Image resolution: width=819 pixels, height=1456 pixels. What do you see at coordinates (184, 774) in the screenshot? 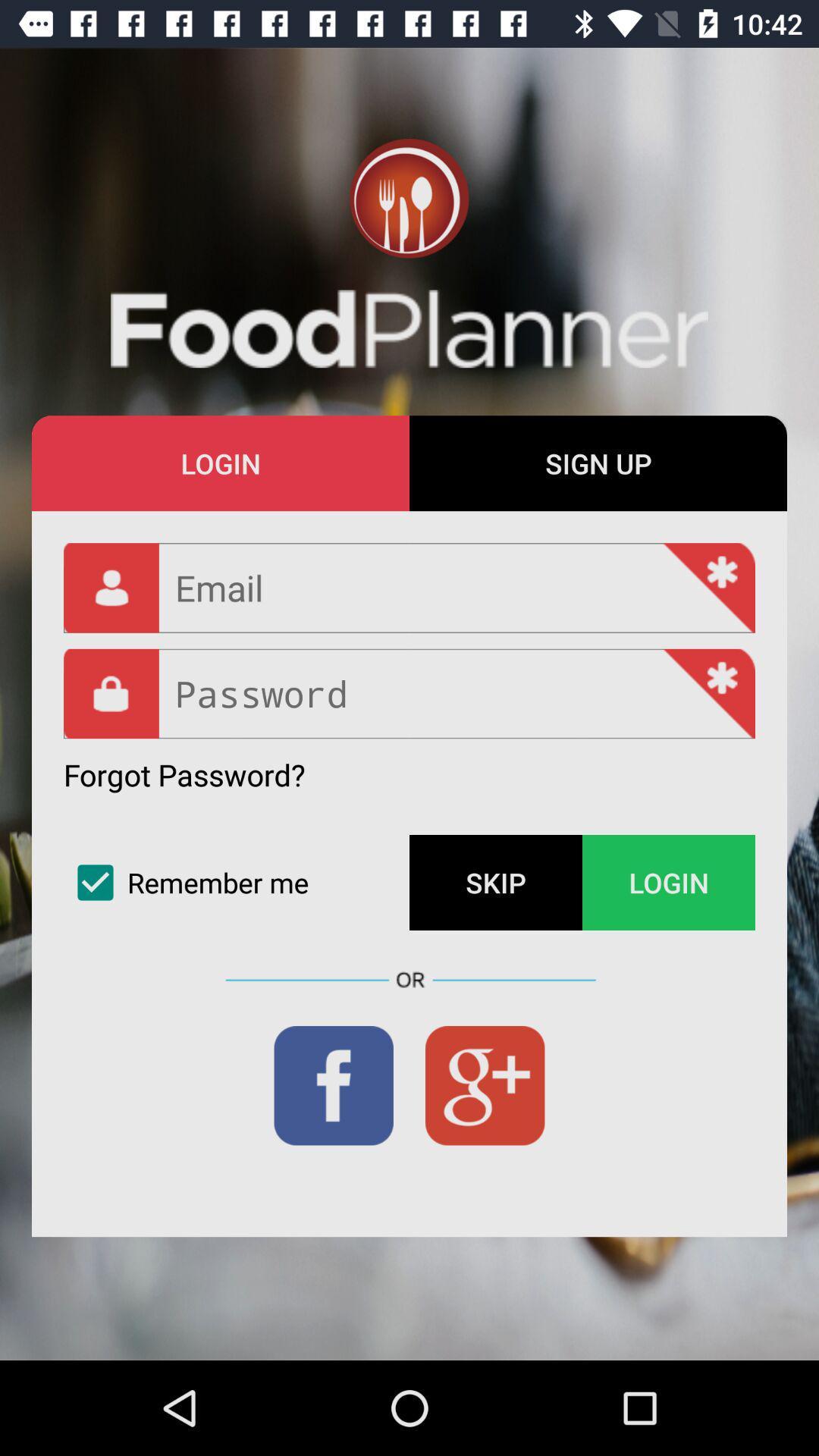
I see `the forgot password? item` at bounding box center [184, 774].